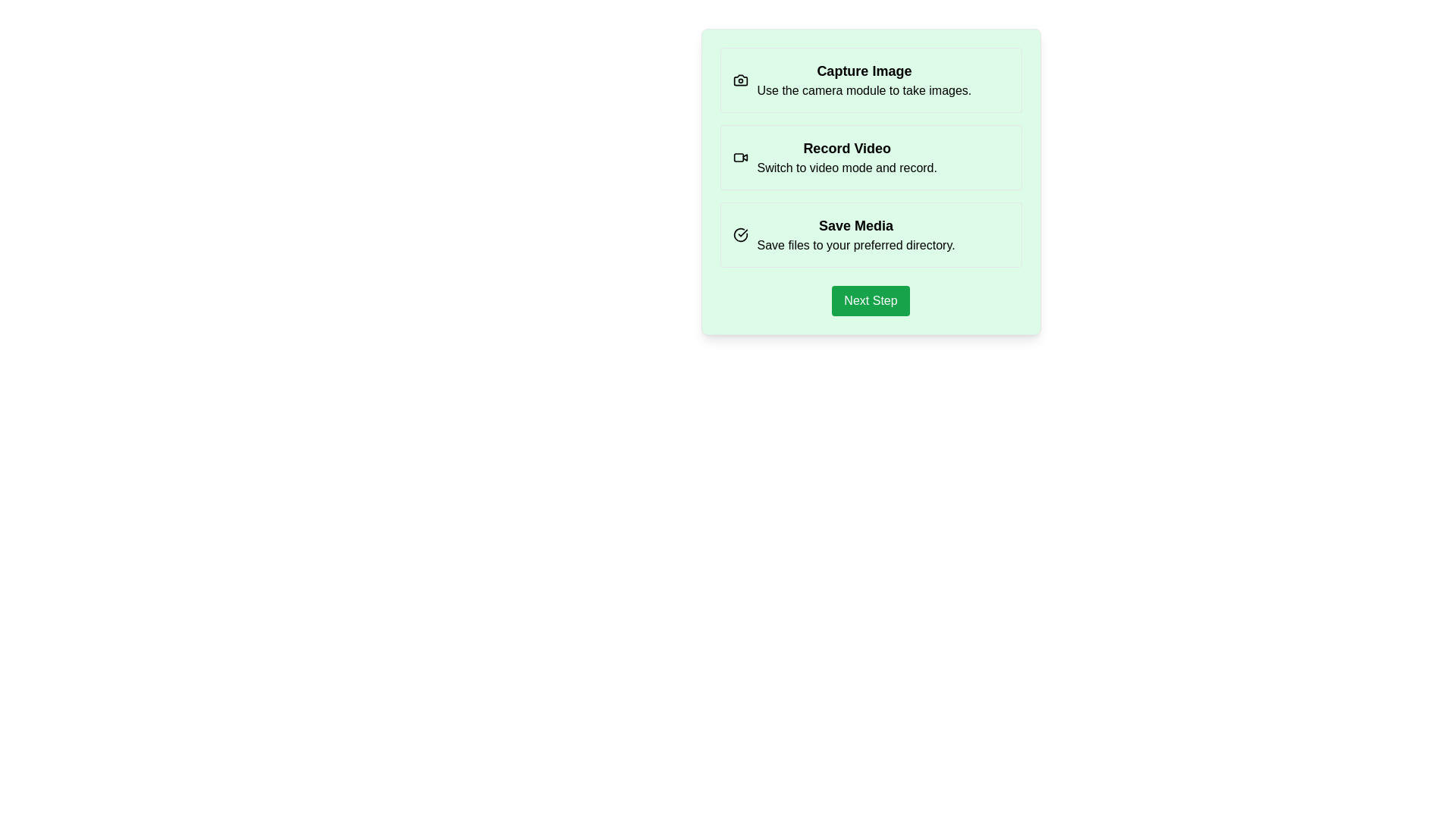 This screenshot has width=1456, height=819. Describe the element at coordinates (864, 90) in the screenshot. I see `the text snippet that reads 'Use the camera module to take images.' which is located directly below the bold header 'Capture Image' in the centered modal component` at that location.